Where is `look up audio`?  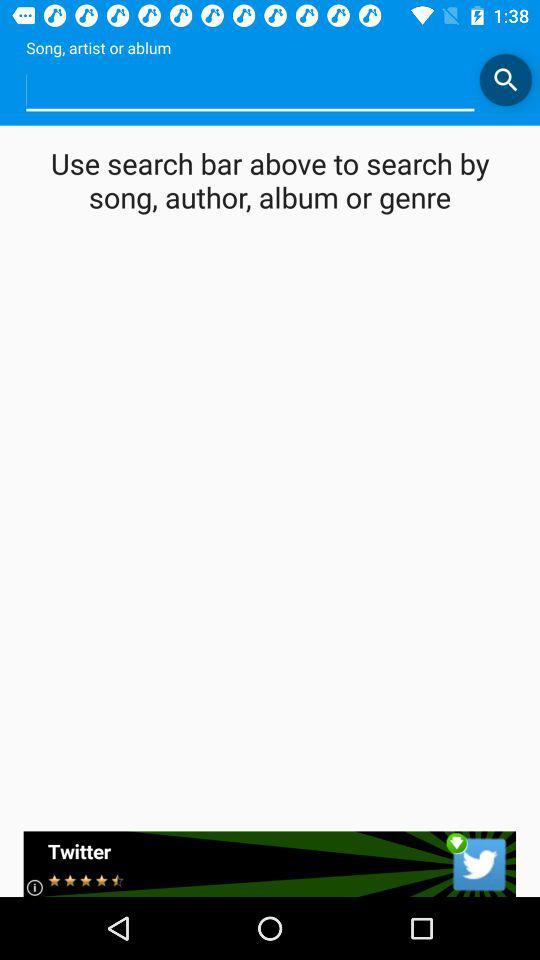
look up audio is located at coordinates (250, 90).